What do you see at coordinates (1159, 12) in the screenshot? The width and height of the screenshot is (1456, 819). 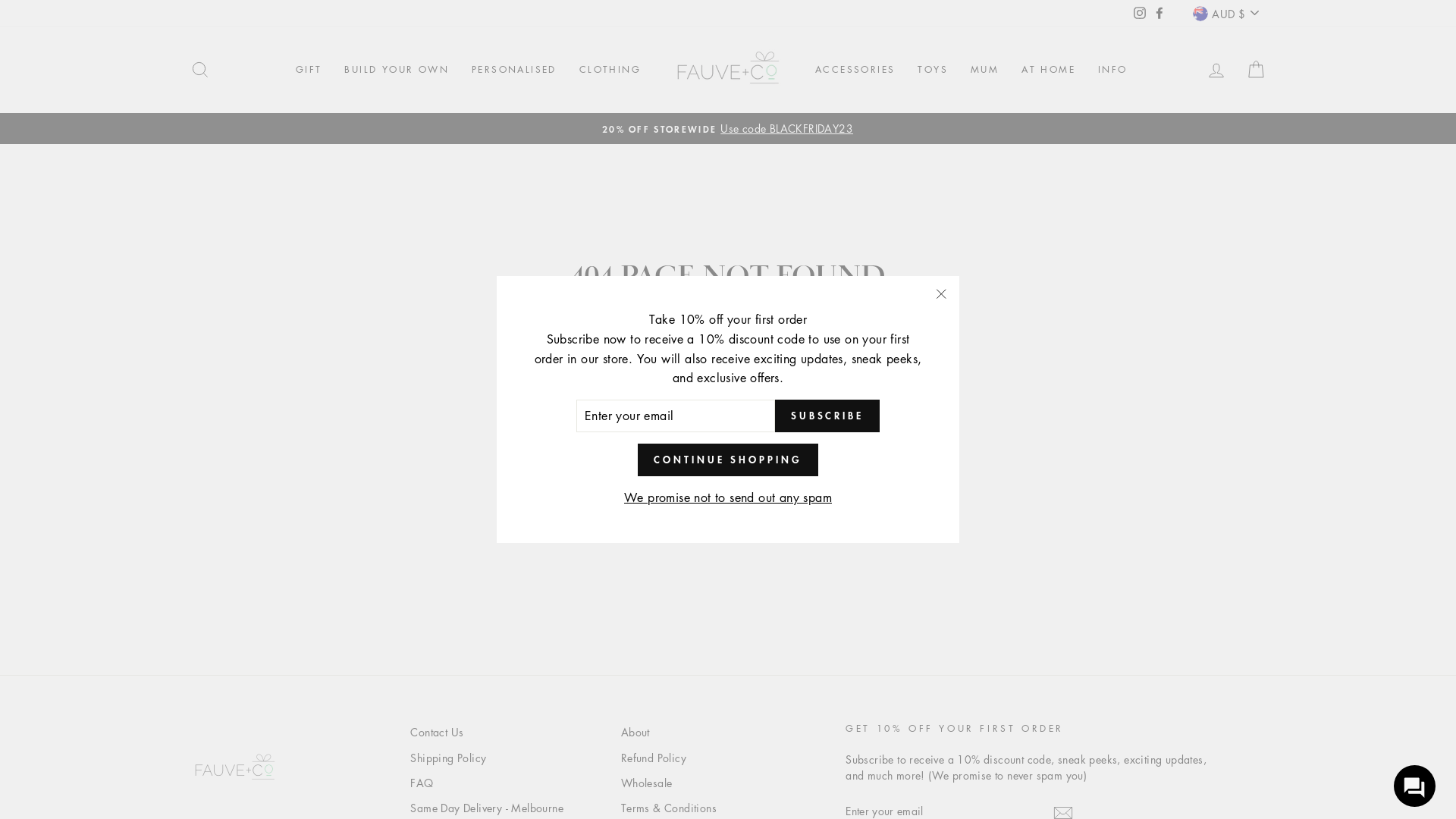 I see `'Facebook'` at bounding box center [1159, 12].